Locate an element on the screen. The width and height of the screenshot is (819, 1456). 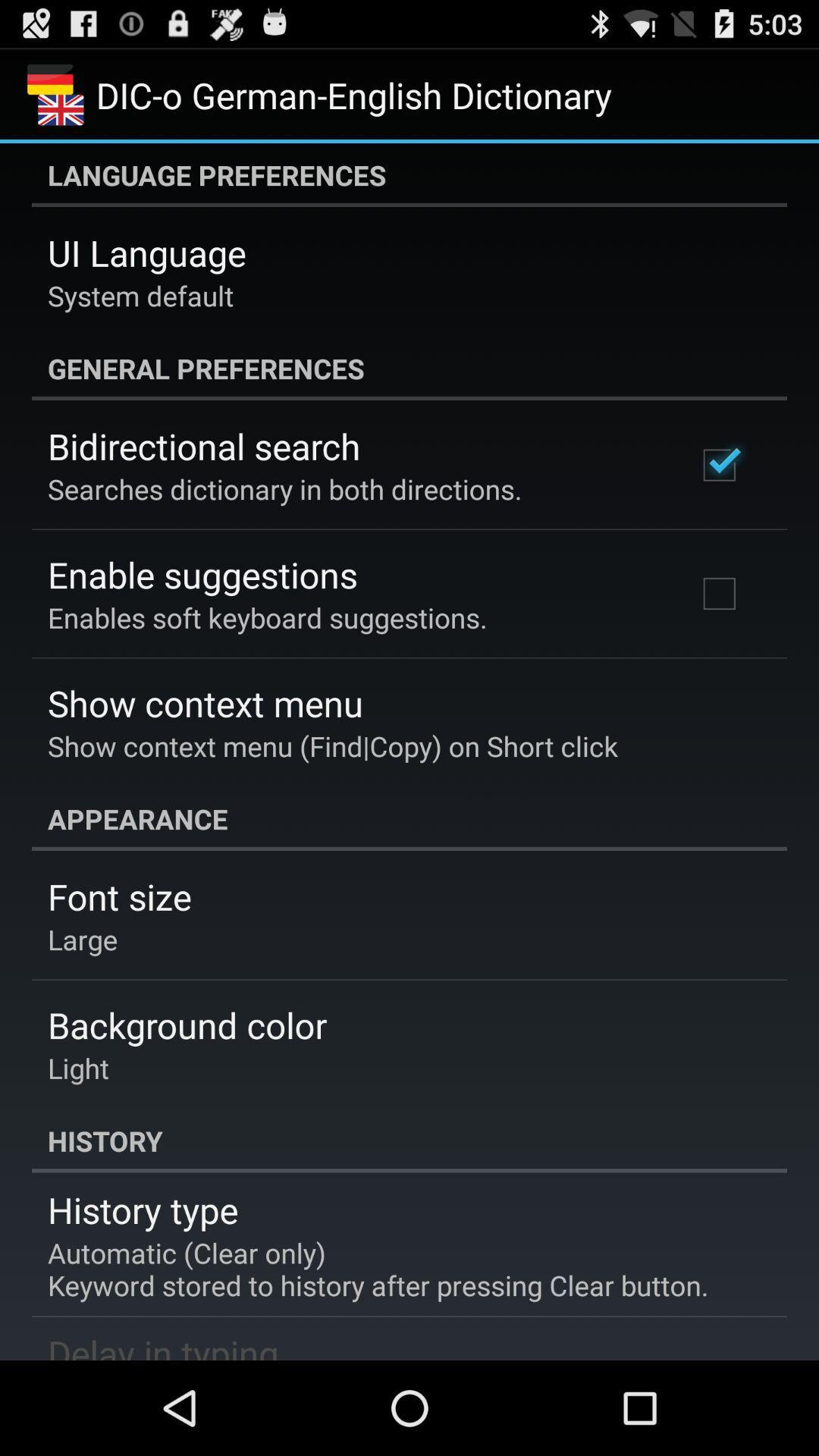
the item below language preferences app is located at coordinates (146, 253).